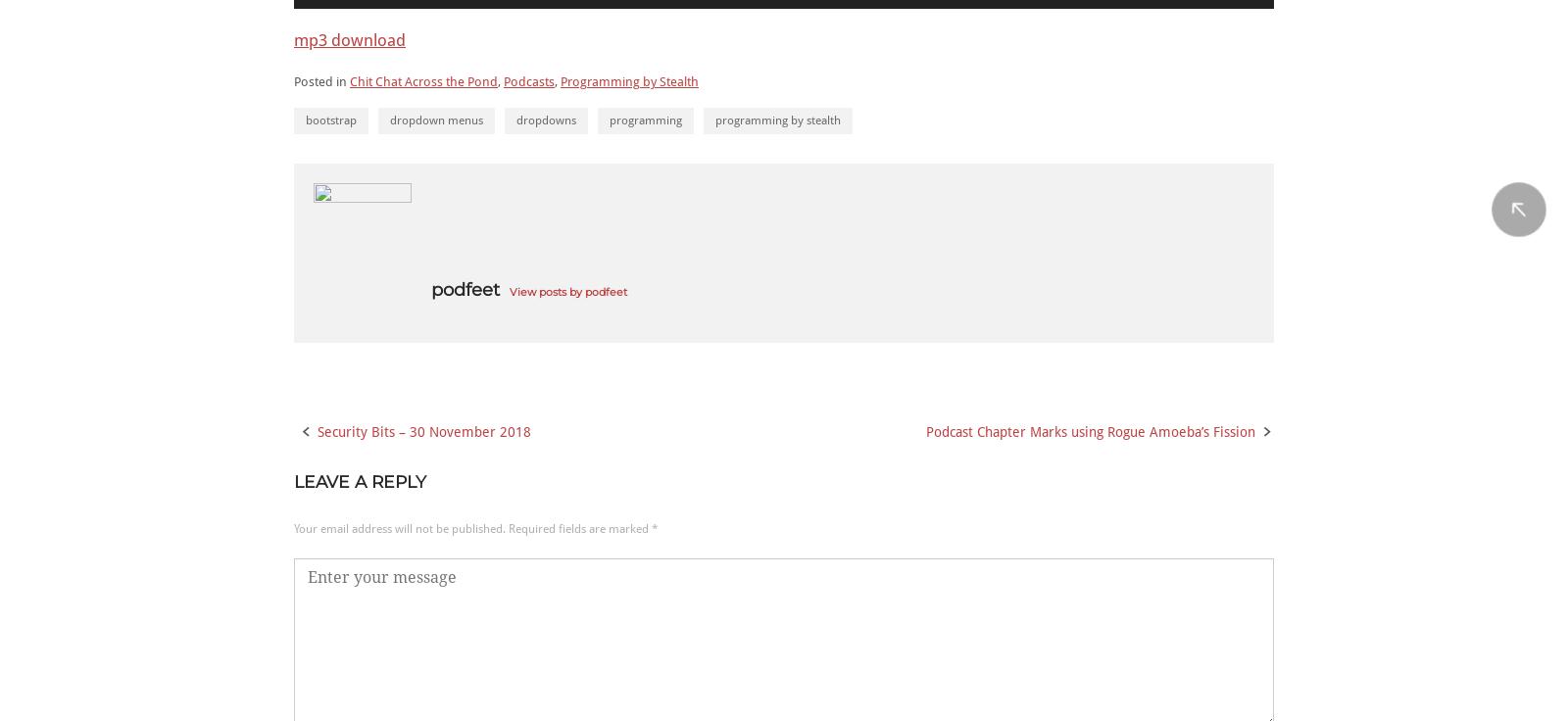 This screenshot has height=721, width=1568. I want to click on 'Chit Chat Across the Pond', so click(422, 81).